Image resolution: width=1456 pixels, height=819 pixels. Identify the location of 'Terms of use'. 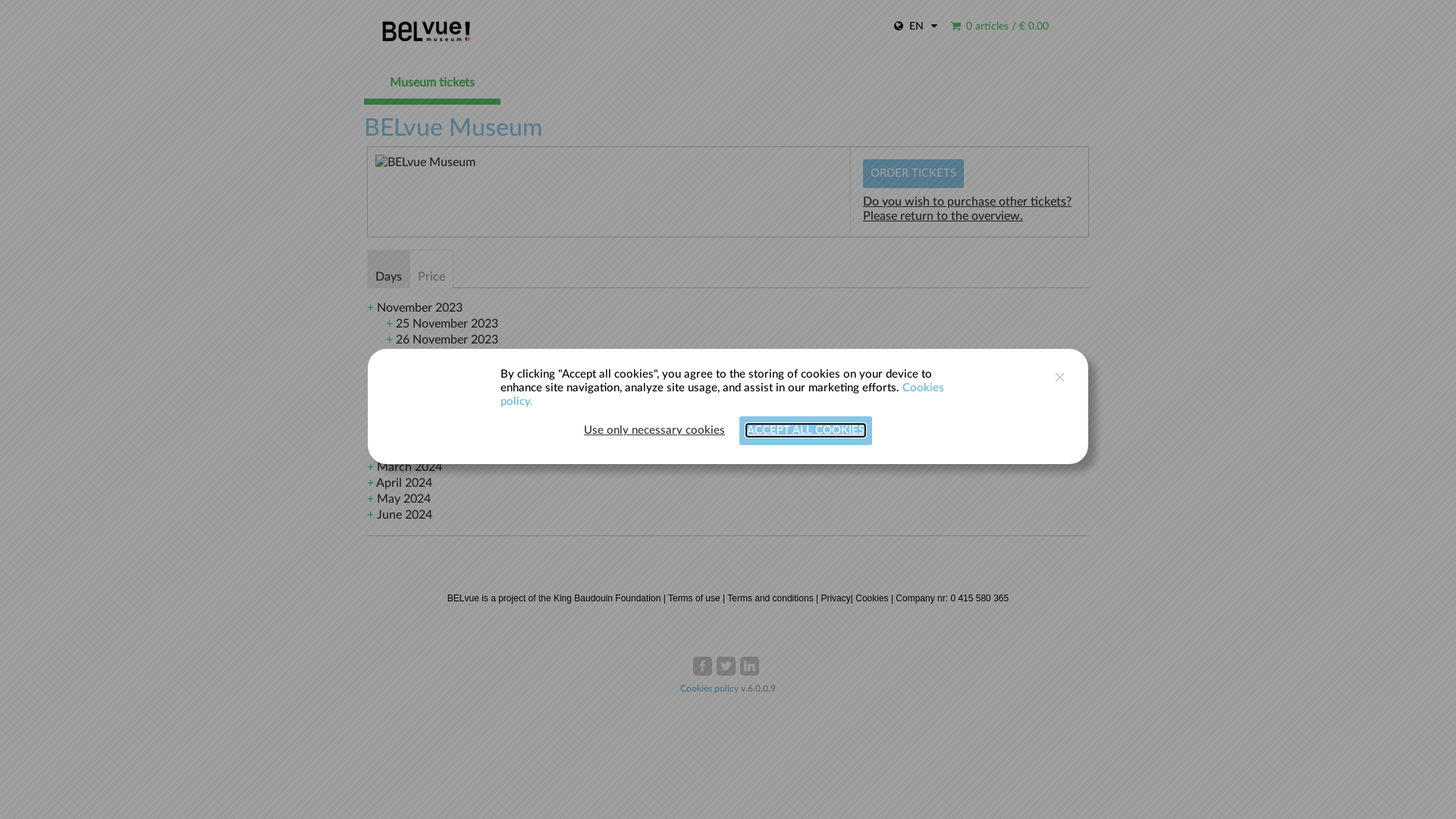
(693, 598).